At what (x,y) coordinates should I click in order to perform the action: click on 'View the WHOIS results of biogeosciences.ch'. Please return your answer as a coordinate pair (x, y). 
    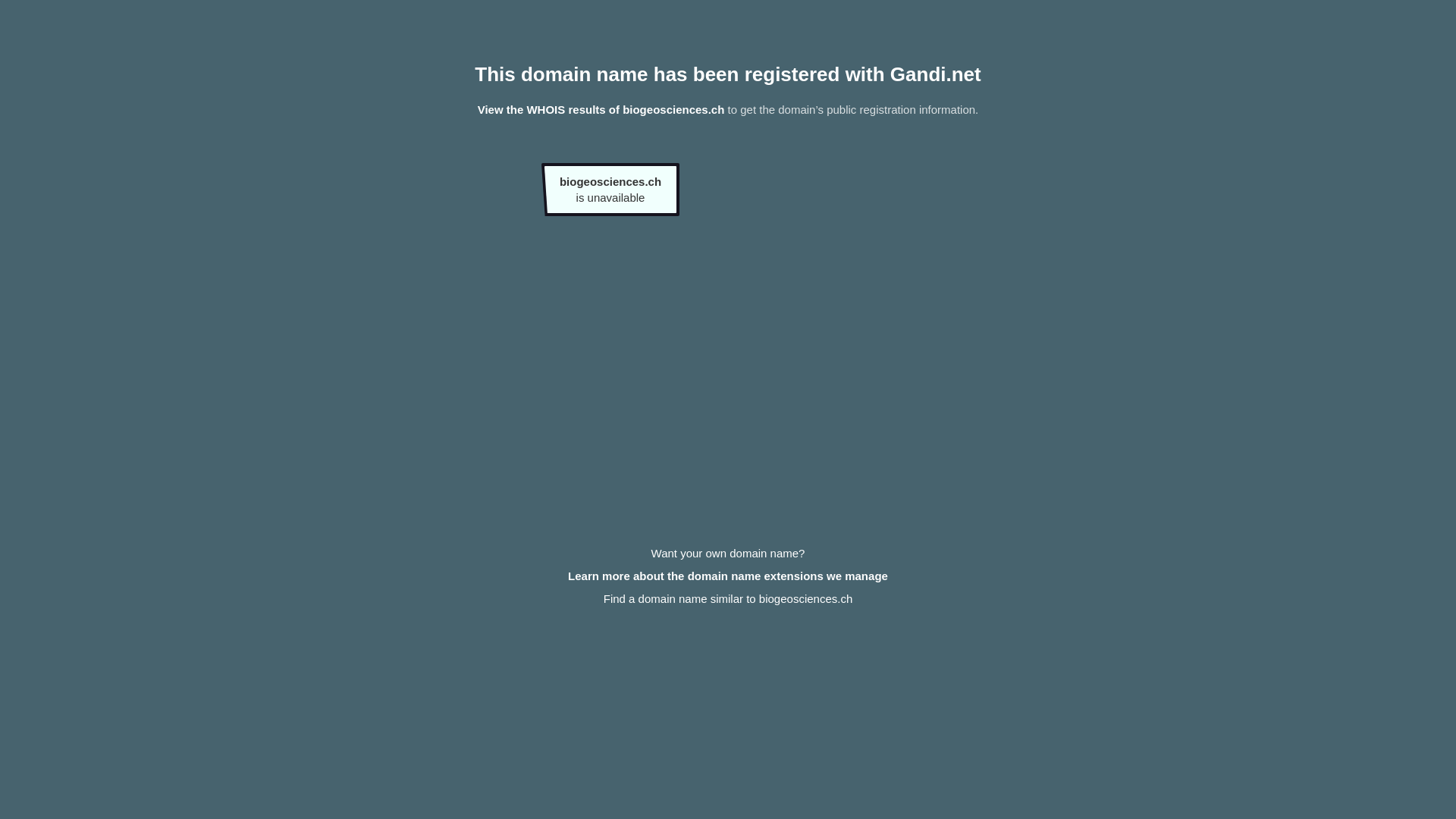
    Looking at the image, I should click on (476, 108).